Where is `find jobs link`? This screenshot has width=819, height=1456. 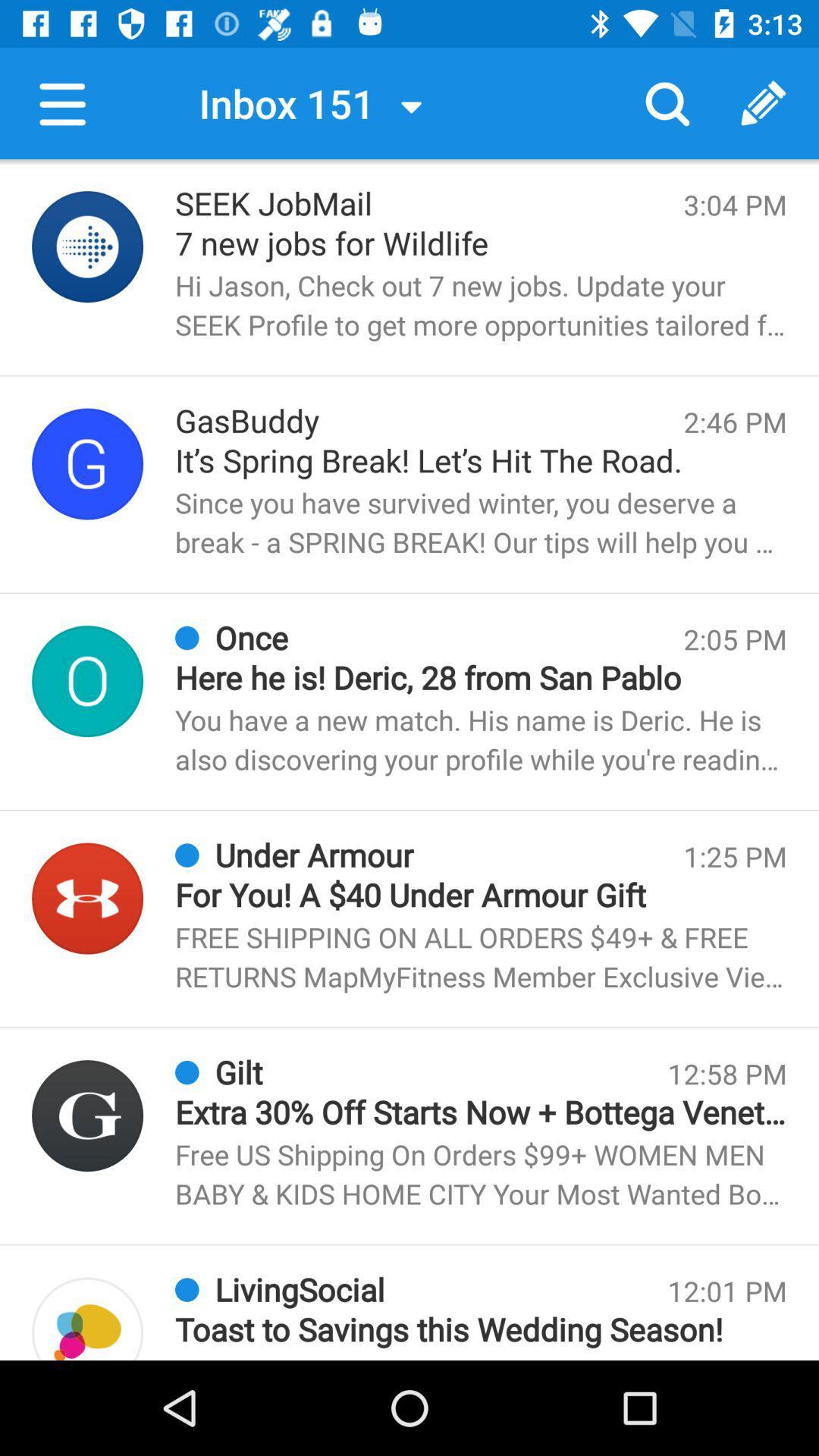
find jobs link is located at coordinates (87, 246).